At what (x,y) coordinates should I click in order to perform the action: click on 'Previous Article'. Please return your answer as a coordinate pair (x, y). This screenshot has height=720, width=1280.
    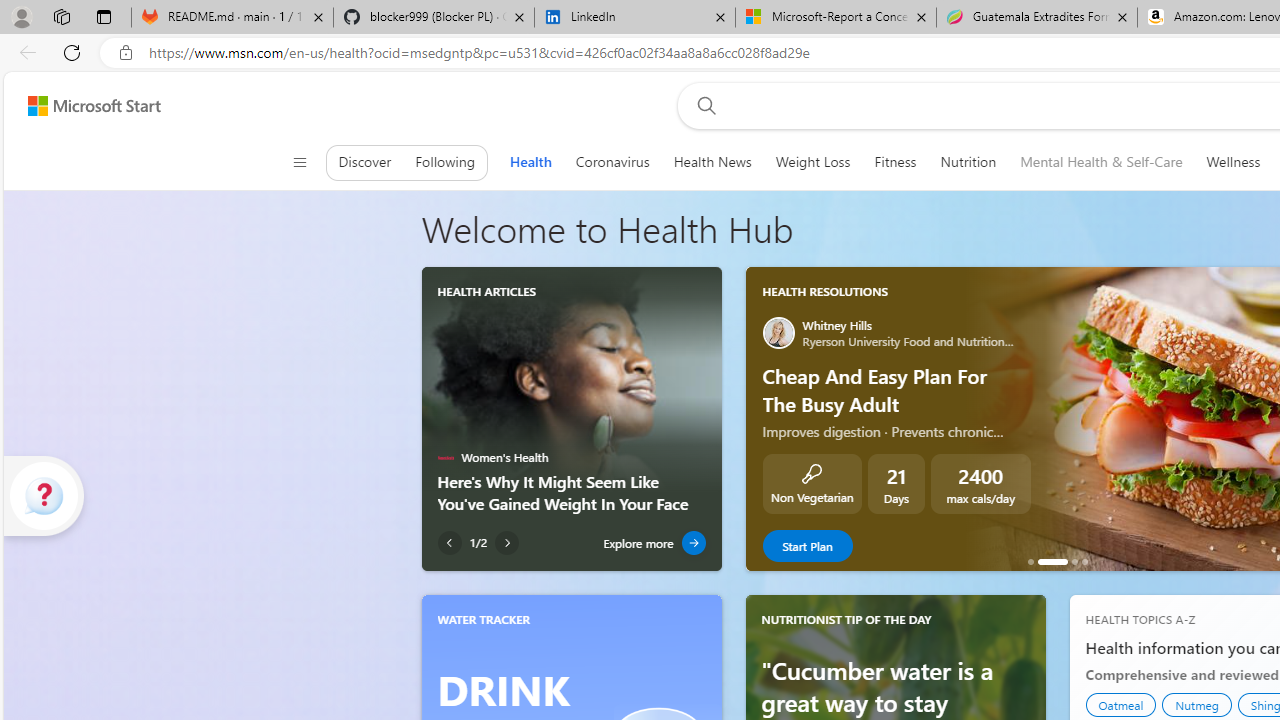
    Looking at the image, I should click on (448, 543).